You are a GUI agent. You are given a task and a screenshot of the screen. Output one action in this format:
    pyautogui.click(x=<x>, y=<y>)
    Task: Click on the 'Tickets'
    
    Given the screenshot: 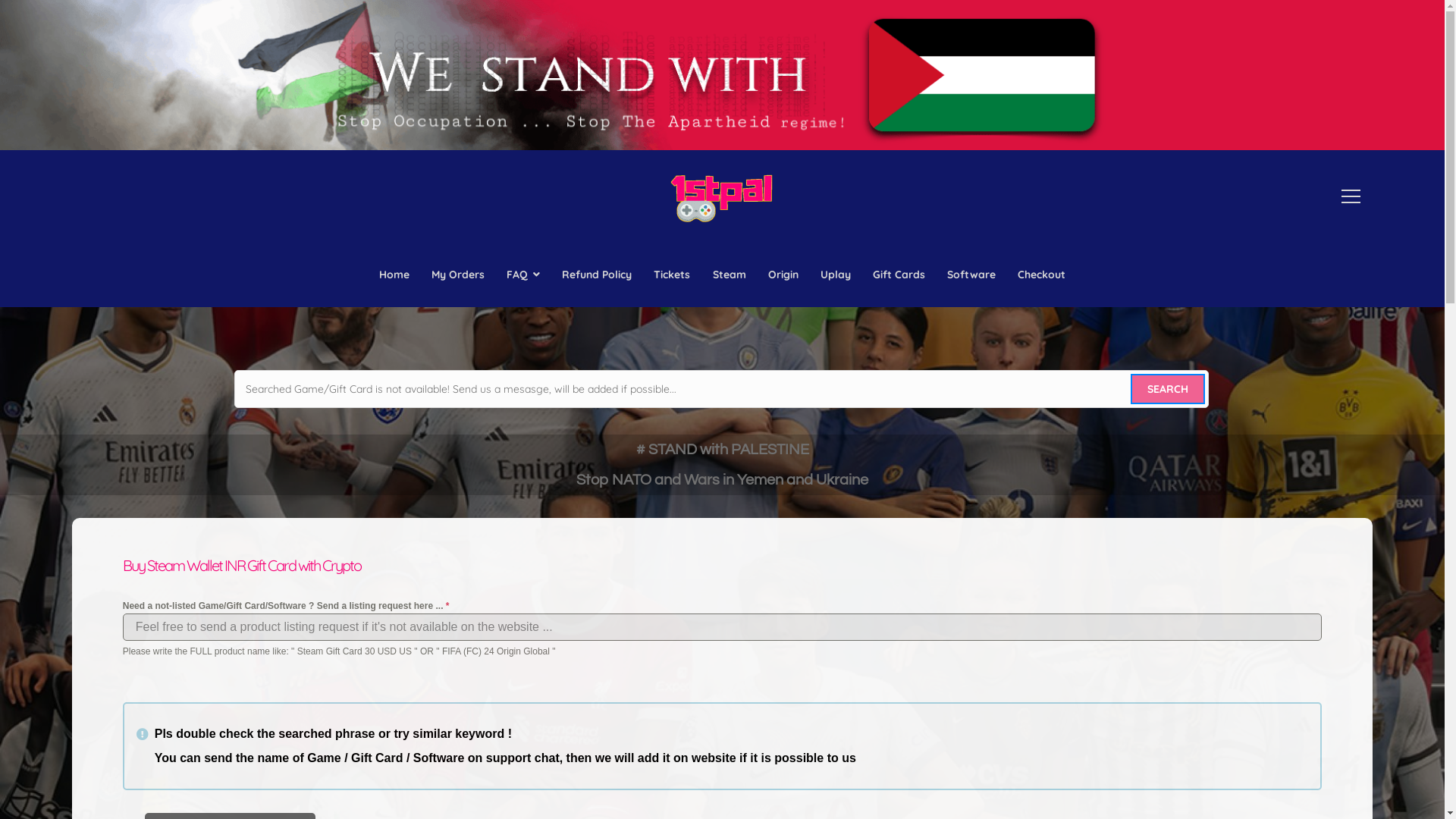 What is the action you would take?
    pyautogui.click(x=671, y=275)
    